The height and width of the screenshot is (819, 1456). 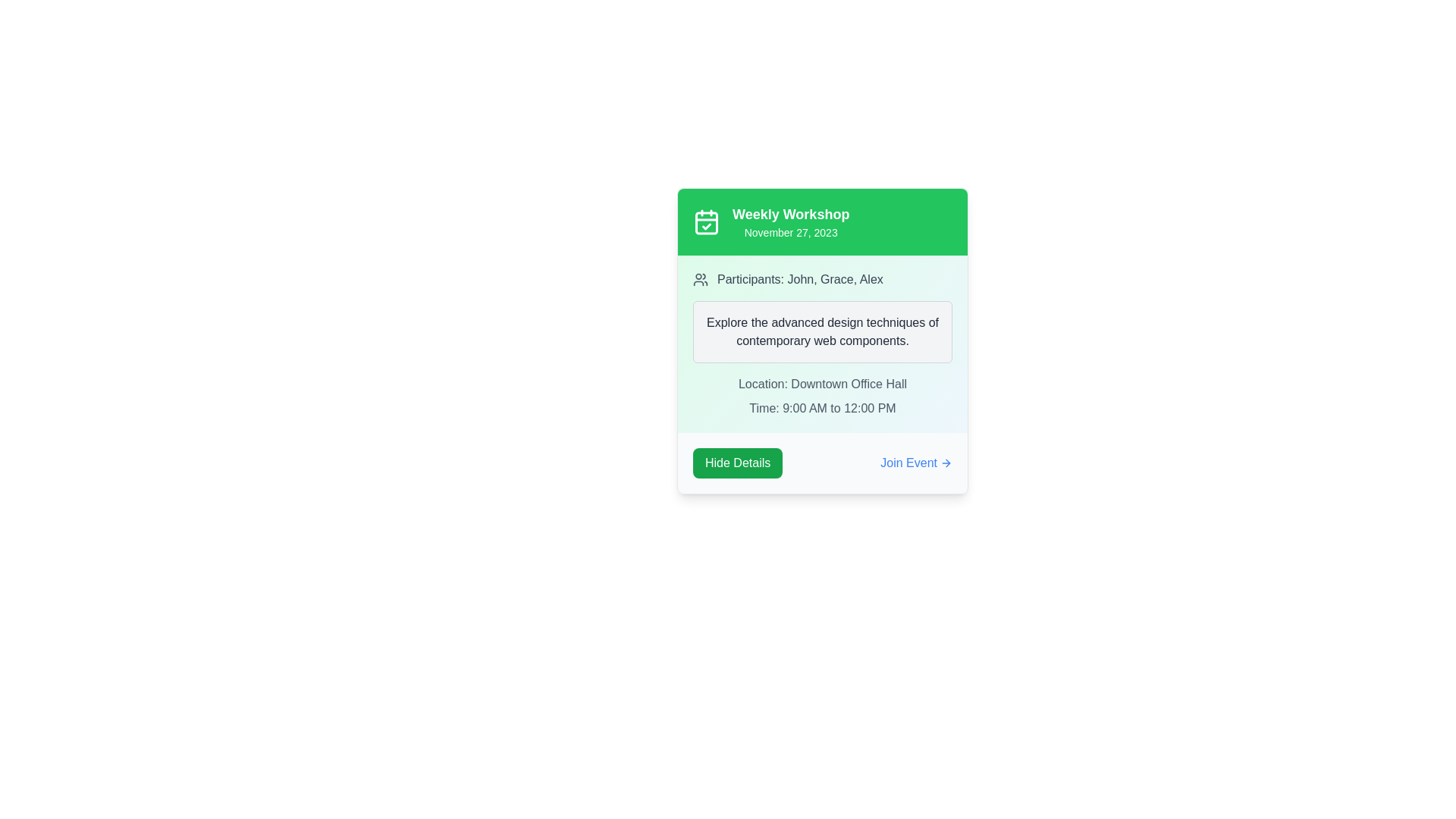 What do you see at coordinates (821, 383) in the screenshot?
I see `displayed text from the Text display element showing 'Location: Downtown Office Hall', which is styled in gray font color and situated above the 'Time: 9:00 AM to 12:00 PM' text` at bounding box center [821, 383].